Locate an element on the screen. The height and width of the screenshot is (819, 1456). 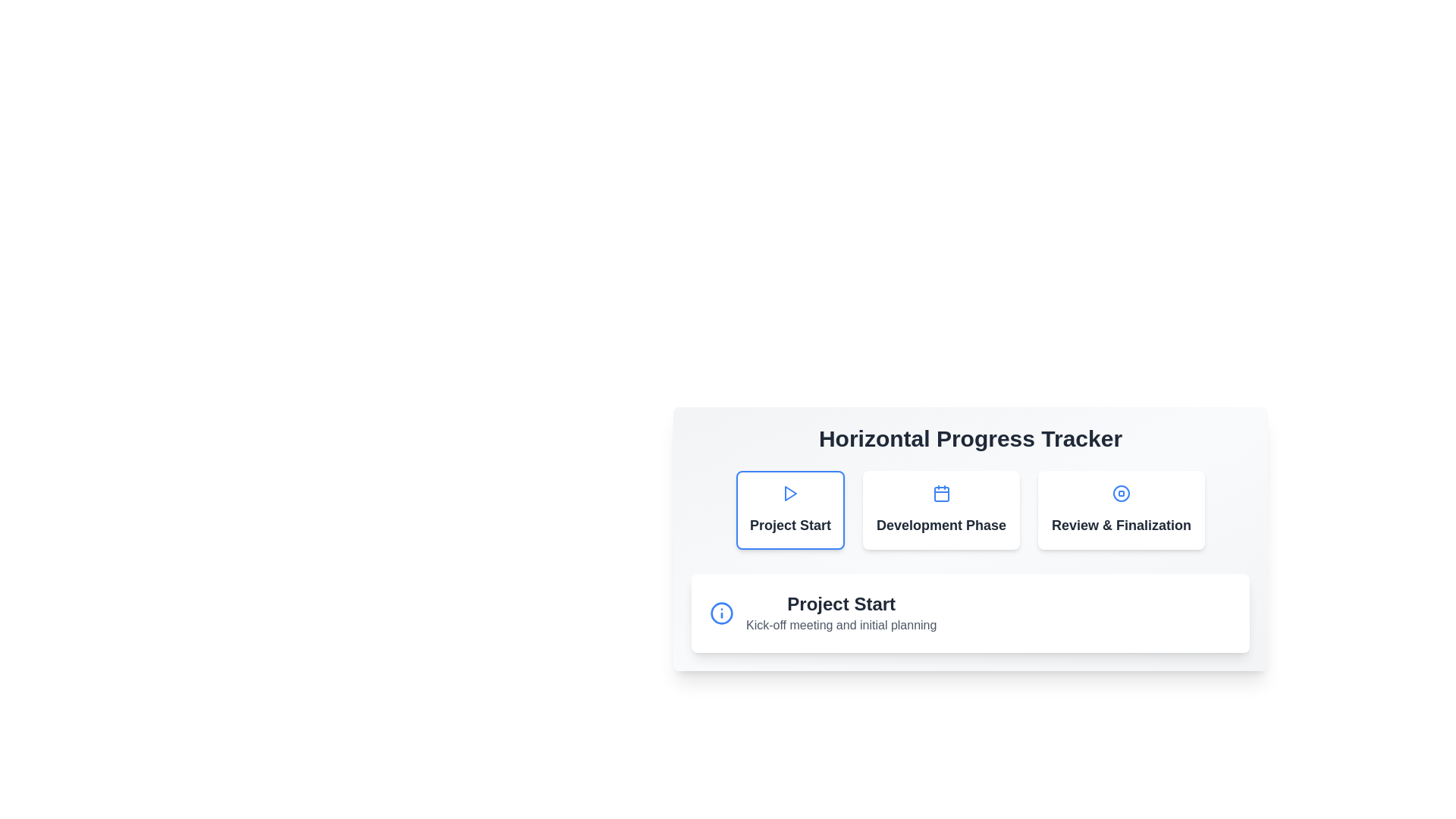
the SVG Shape icon indicating the 'Project Start' phase in the progress tracker is located at coordinates (790, 494).